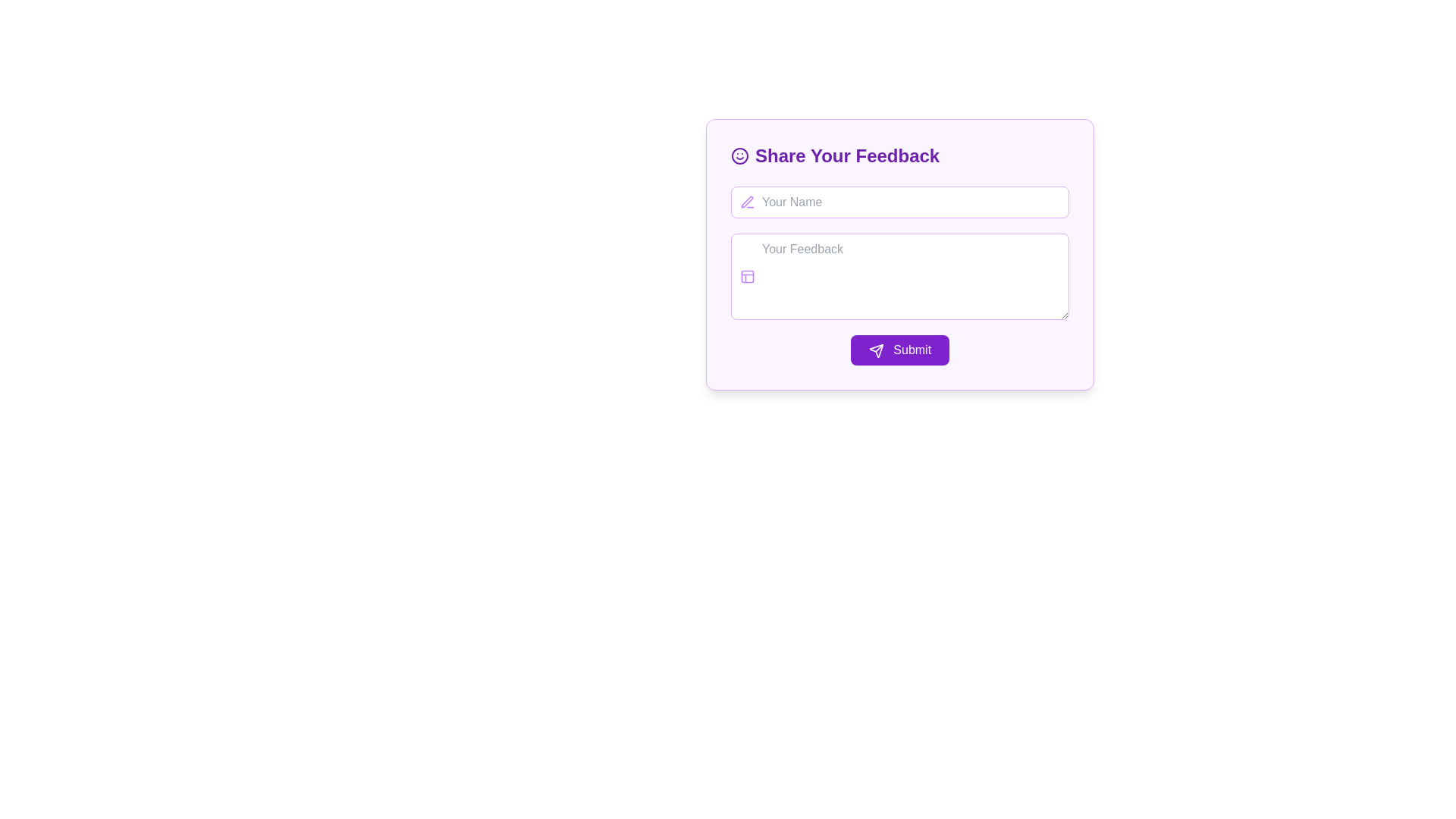  Describe the element at coordinates (739, 155) in the screenshot. I see `the smiley face icon within the 'Share Your Feedback' header of the feedback form, which symbolizes friendliness and positivity` at that location.